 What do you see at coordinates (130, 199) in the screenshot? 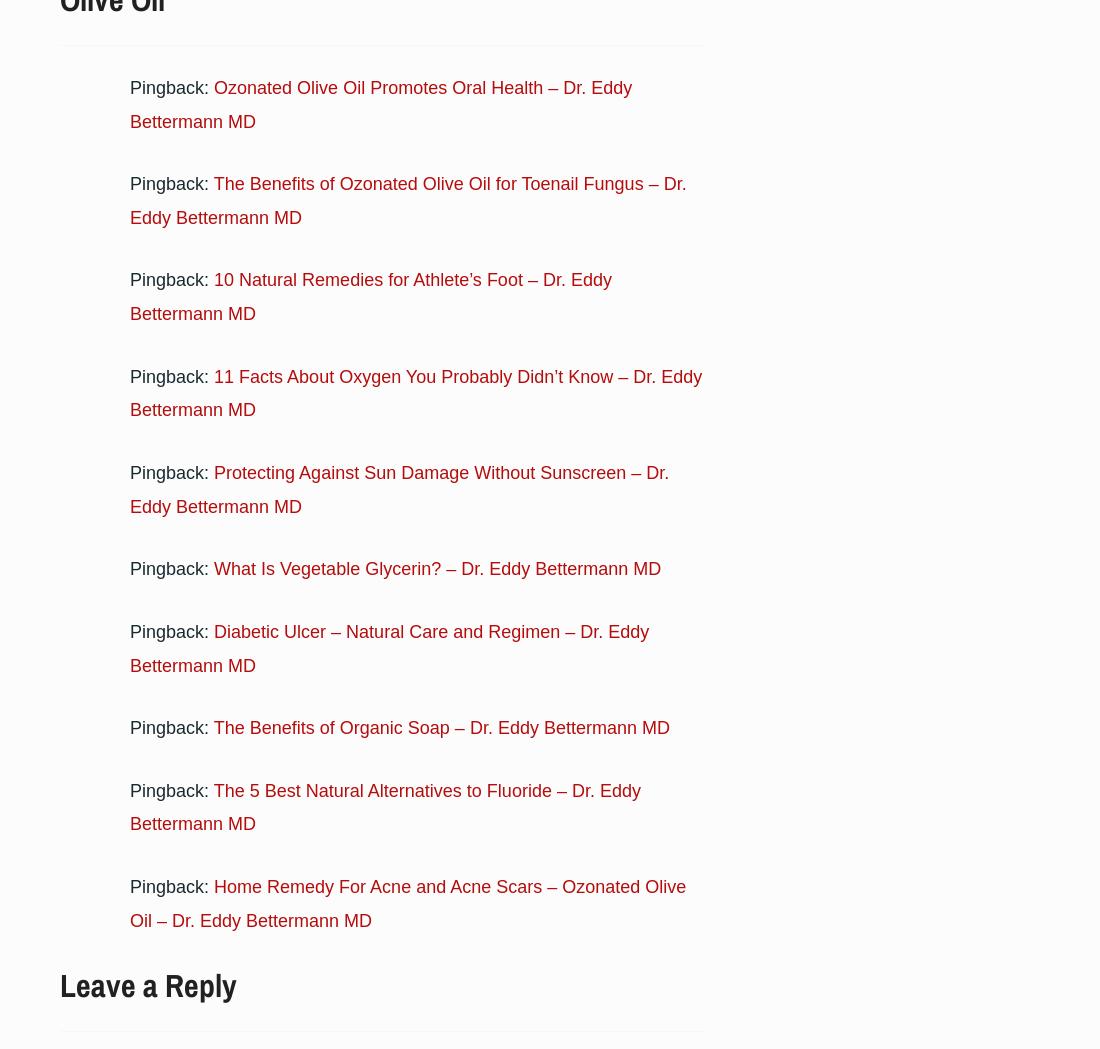
I see `'The Benefits of Ozonated Olive Oil for Toenail Fungus – Dr. Eddy Bettermann MD'` at bounding box center [130, 199].